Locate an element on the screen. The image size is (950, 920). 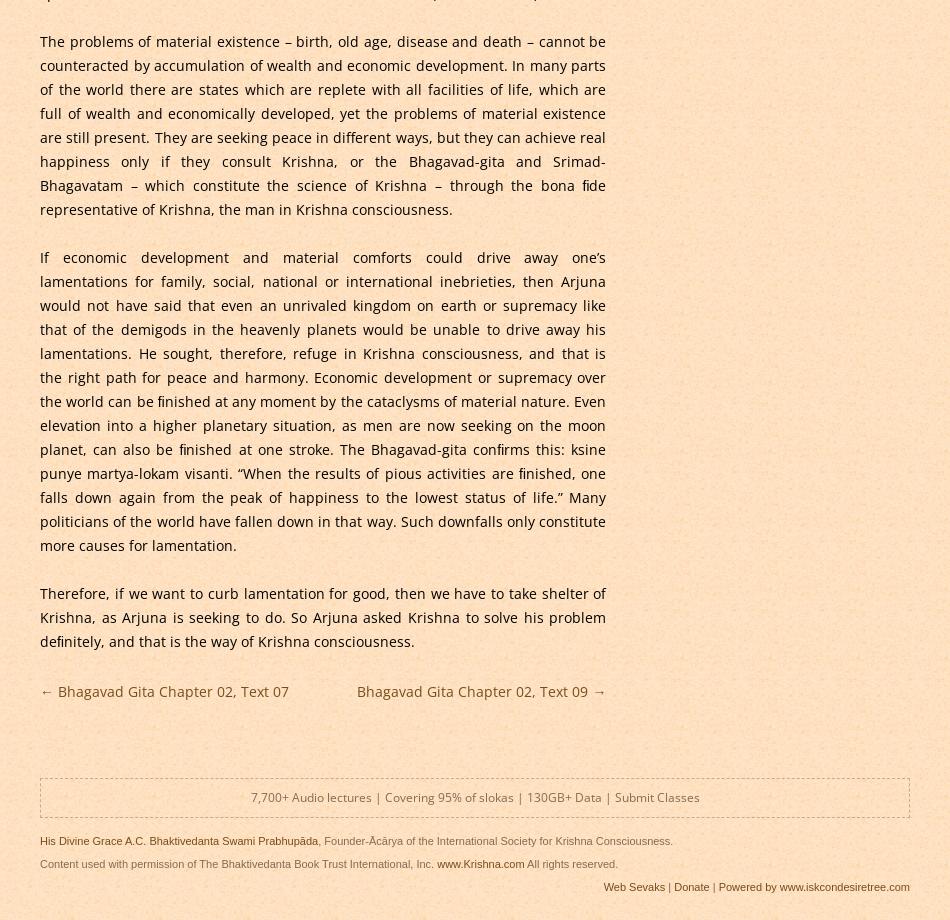
'Donate' is located at coordinates (691, 884).